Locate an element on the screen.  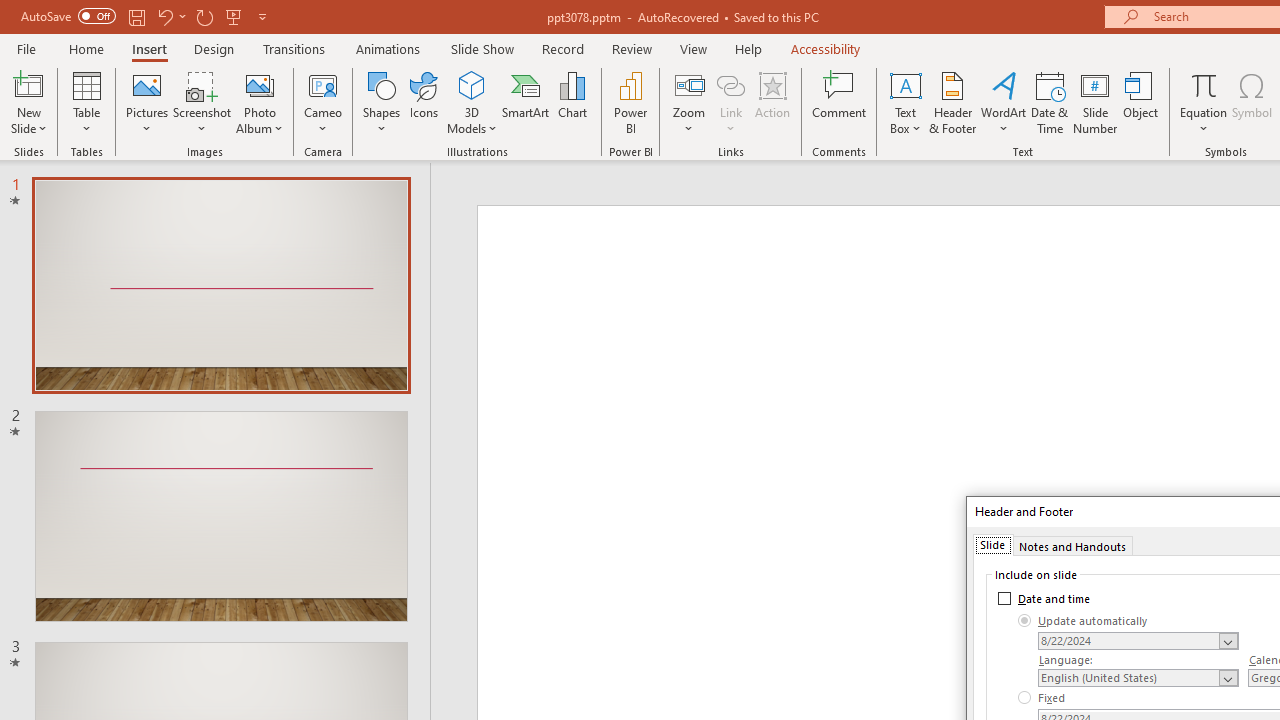
'Comment' is located at coordinates (839, 103).